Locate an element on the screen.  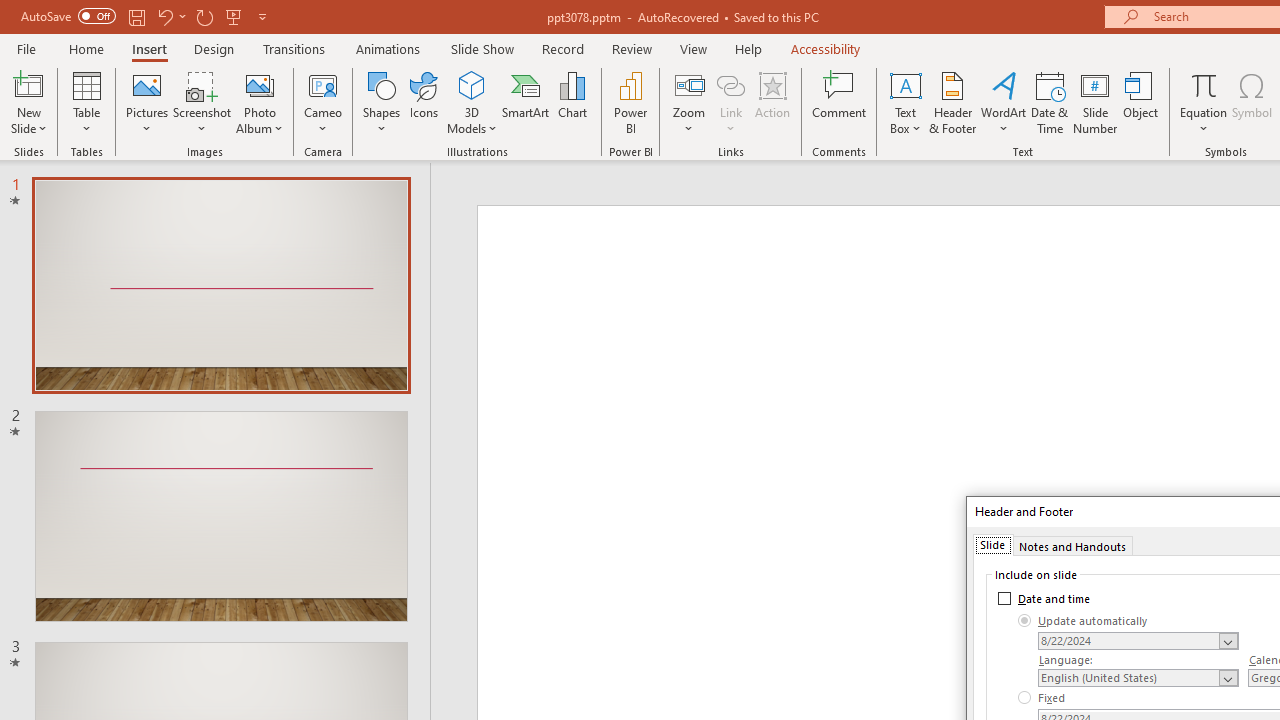
'Comment' is located at coordinates (839, 103).